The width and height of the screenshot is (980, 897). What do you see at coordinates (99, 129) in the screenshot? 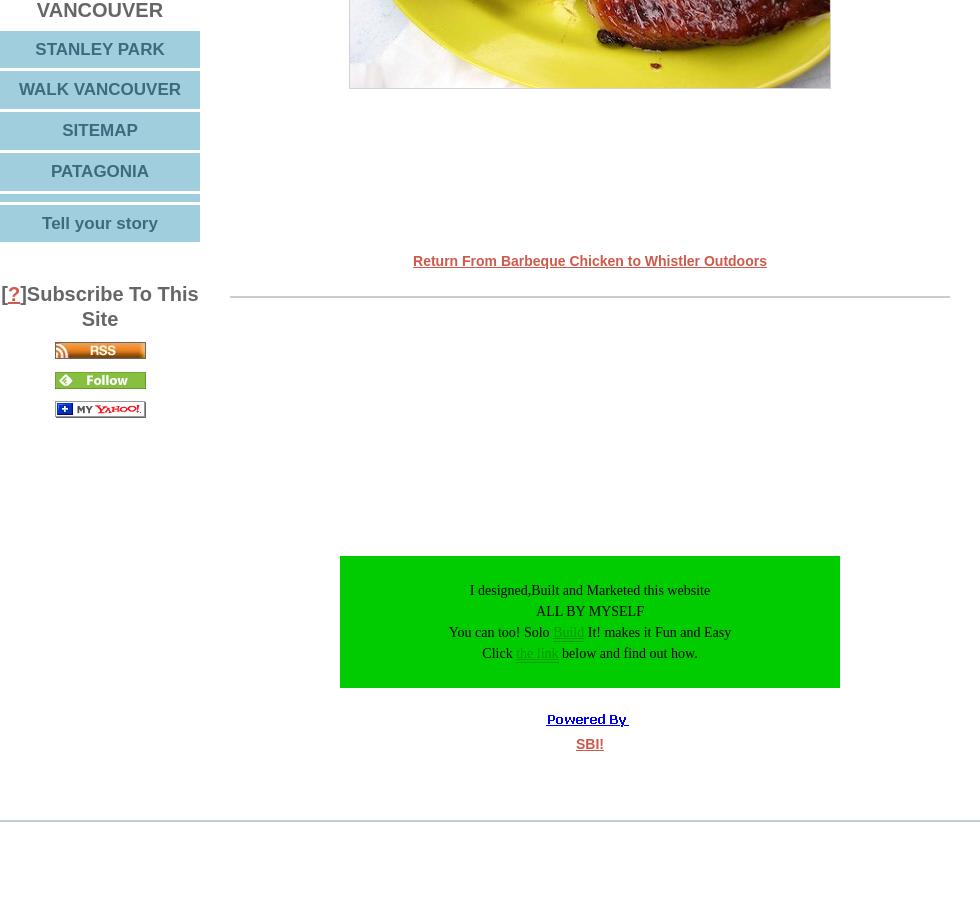
I see `'SITEMAP'` at bounding box center [99, 129].